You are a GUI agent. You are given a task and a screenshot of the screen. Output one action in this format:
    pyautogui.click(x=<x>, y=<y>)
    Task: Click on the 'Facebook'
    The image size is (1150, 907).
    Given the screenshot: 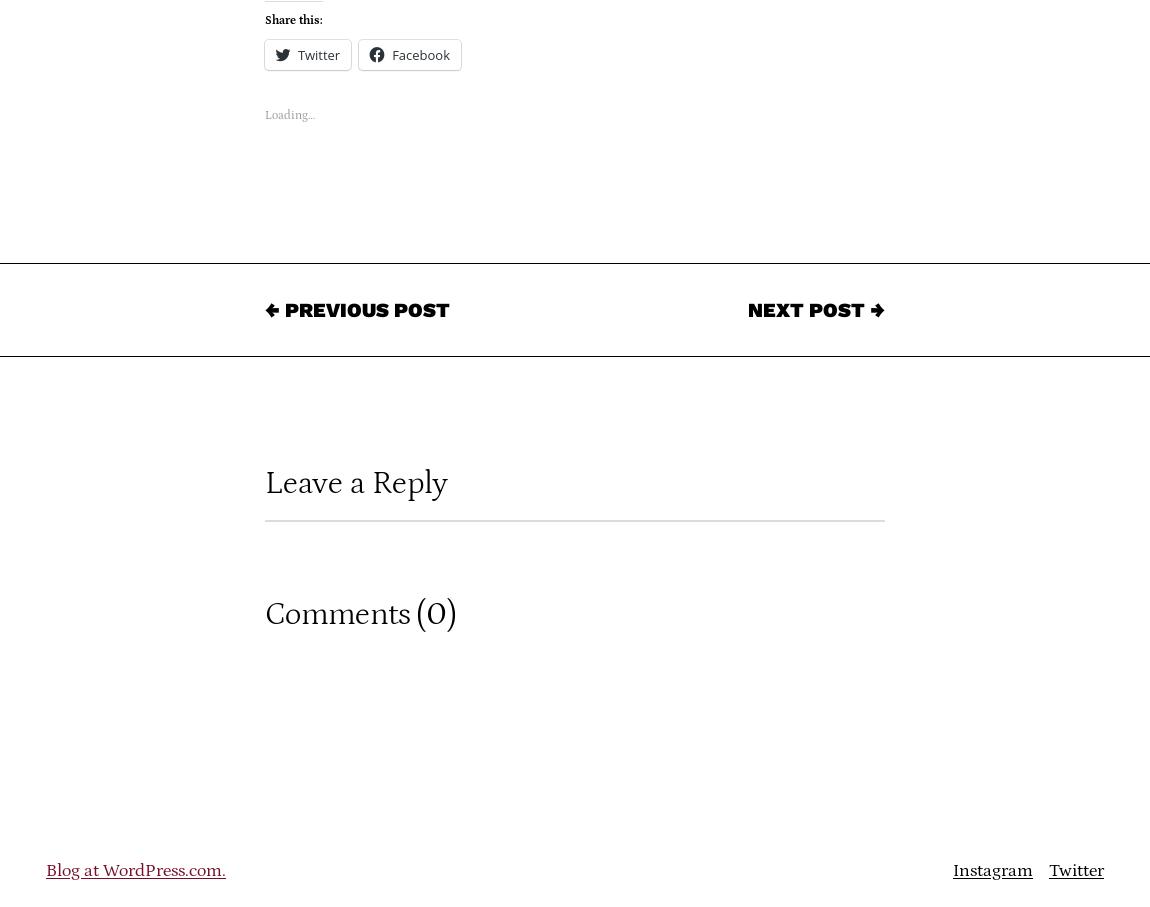 What is the action you would take?
    pyautogui.click(x=421, y=54)
    